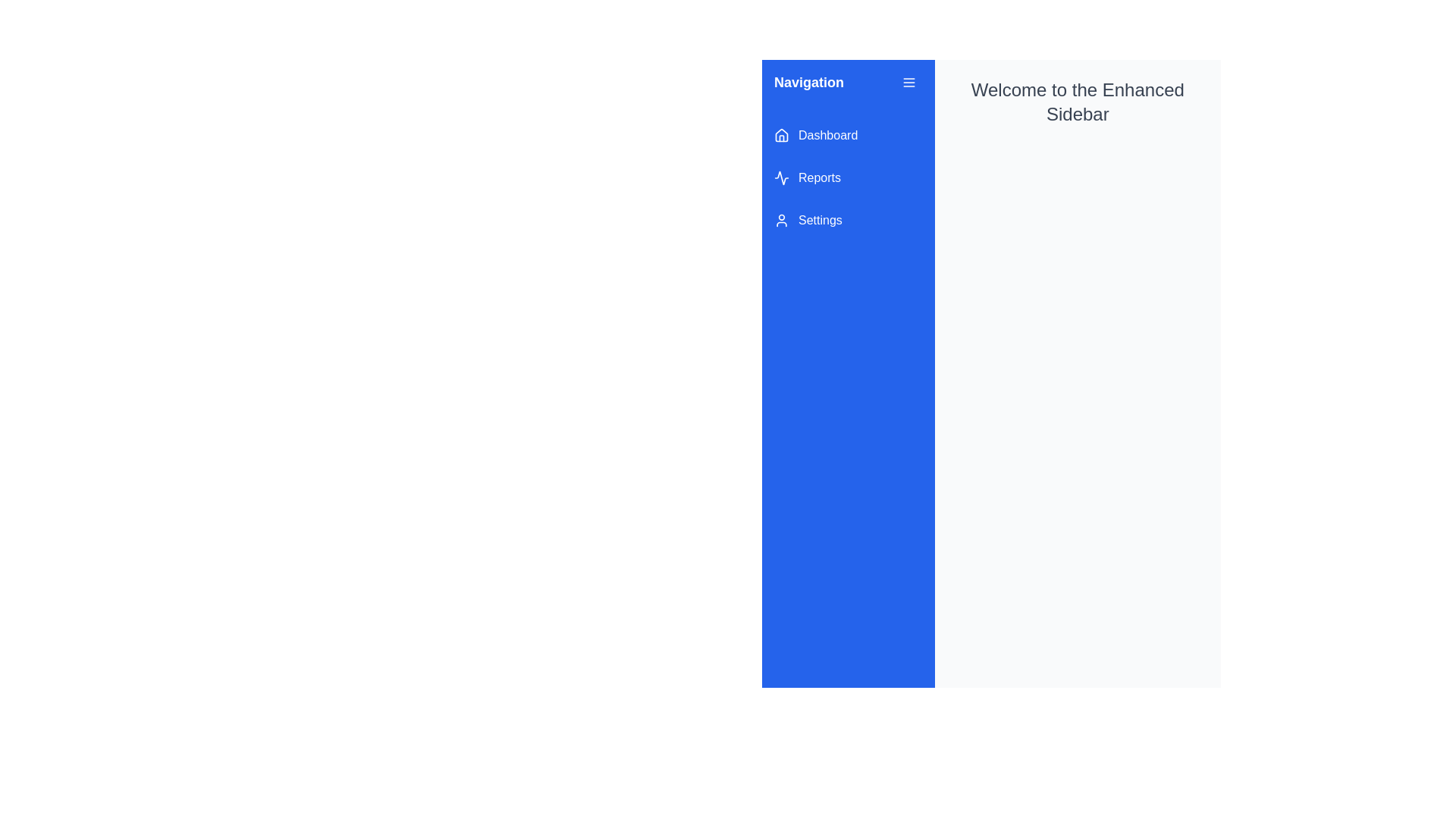 The width and height of the screenshot is (1456, 819). What do you see at coordinates (782, 220) in the screenshot?
I see `the user settings icon located in the left sidebar under the 'Settings' section, which is the first icon before the text 'Settings'` at bounding box center [782, 220].